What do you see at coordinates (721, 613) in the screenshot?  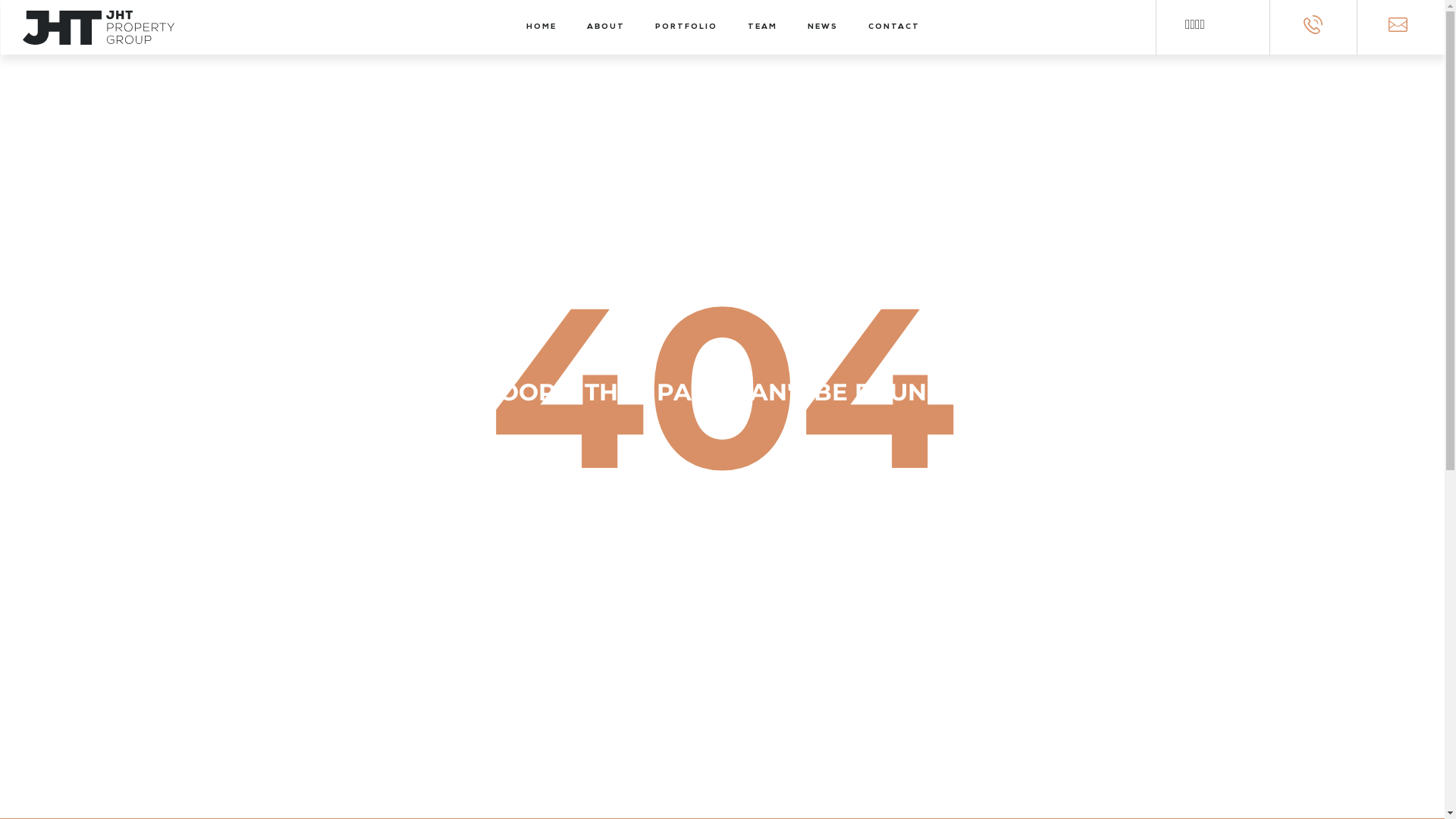 I see `'Home Page'` at bounding box center [721, 613].